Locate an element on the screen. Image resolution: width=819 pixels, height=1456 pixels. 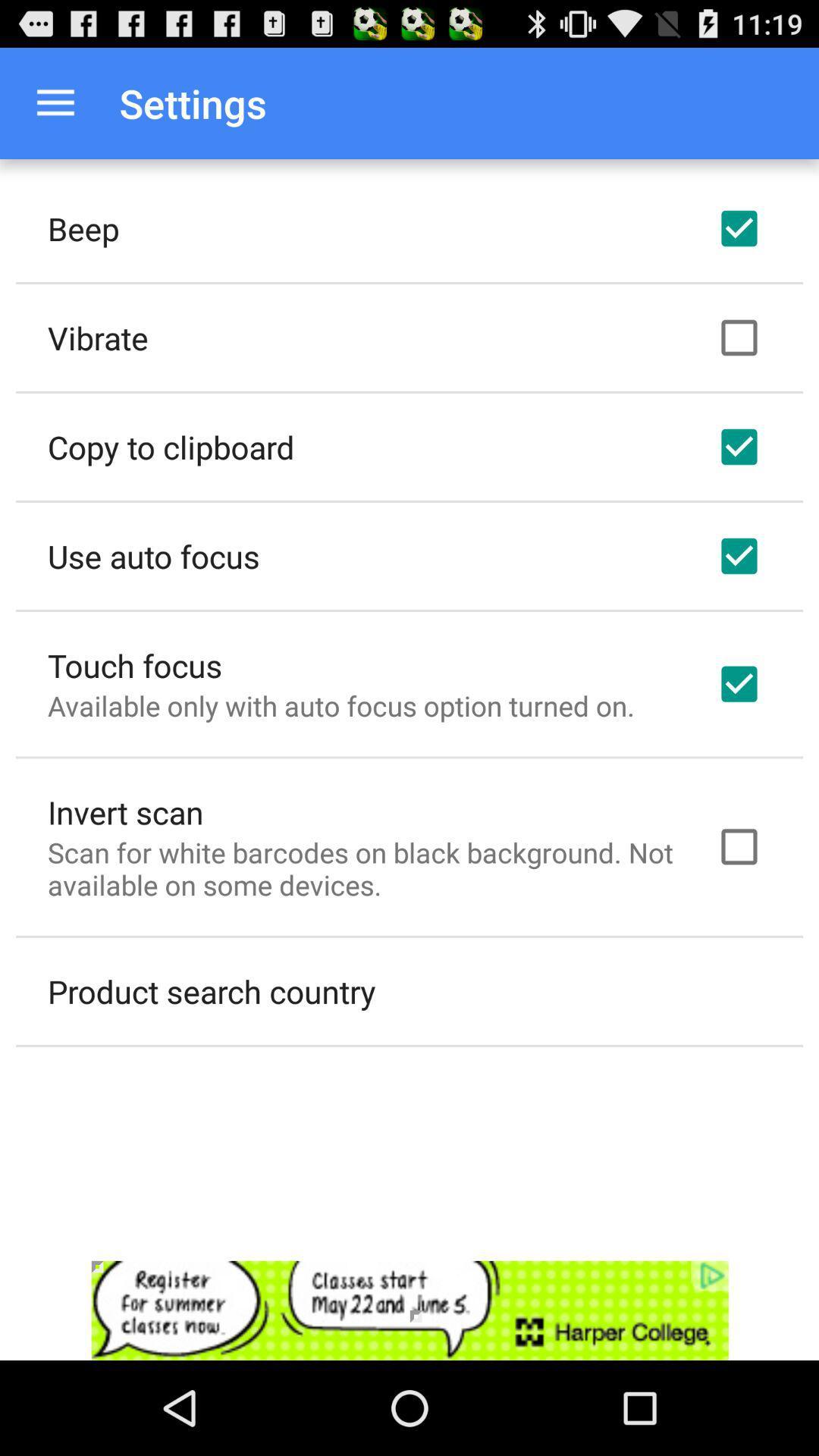
open advertisement is located at coordinates (409, 1310).